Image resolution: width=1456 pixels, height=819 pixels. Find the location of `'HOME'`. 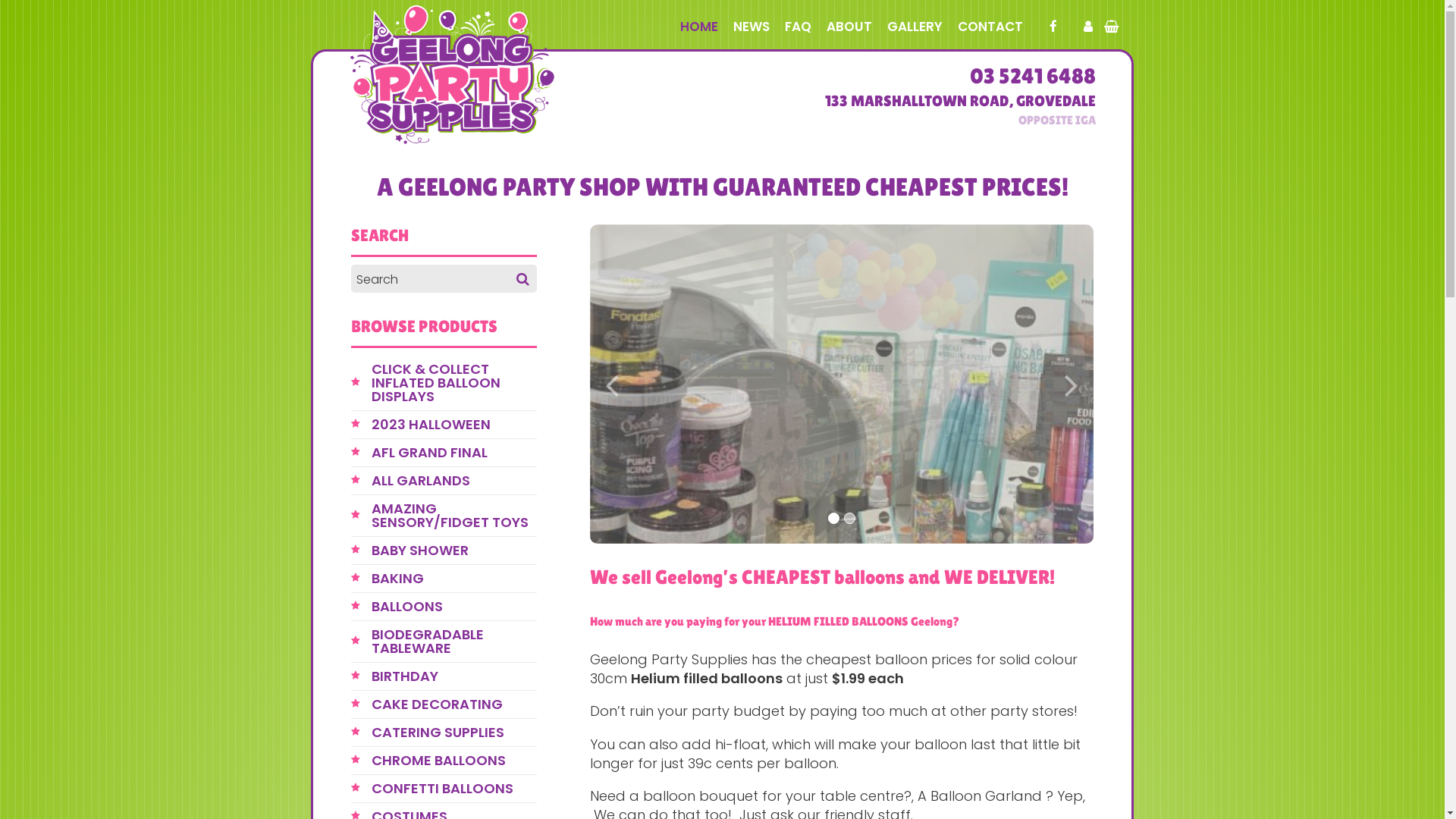

'HOME' is located at coordinates (698, 26).